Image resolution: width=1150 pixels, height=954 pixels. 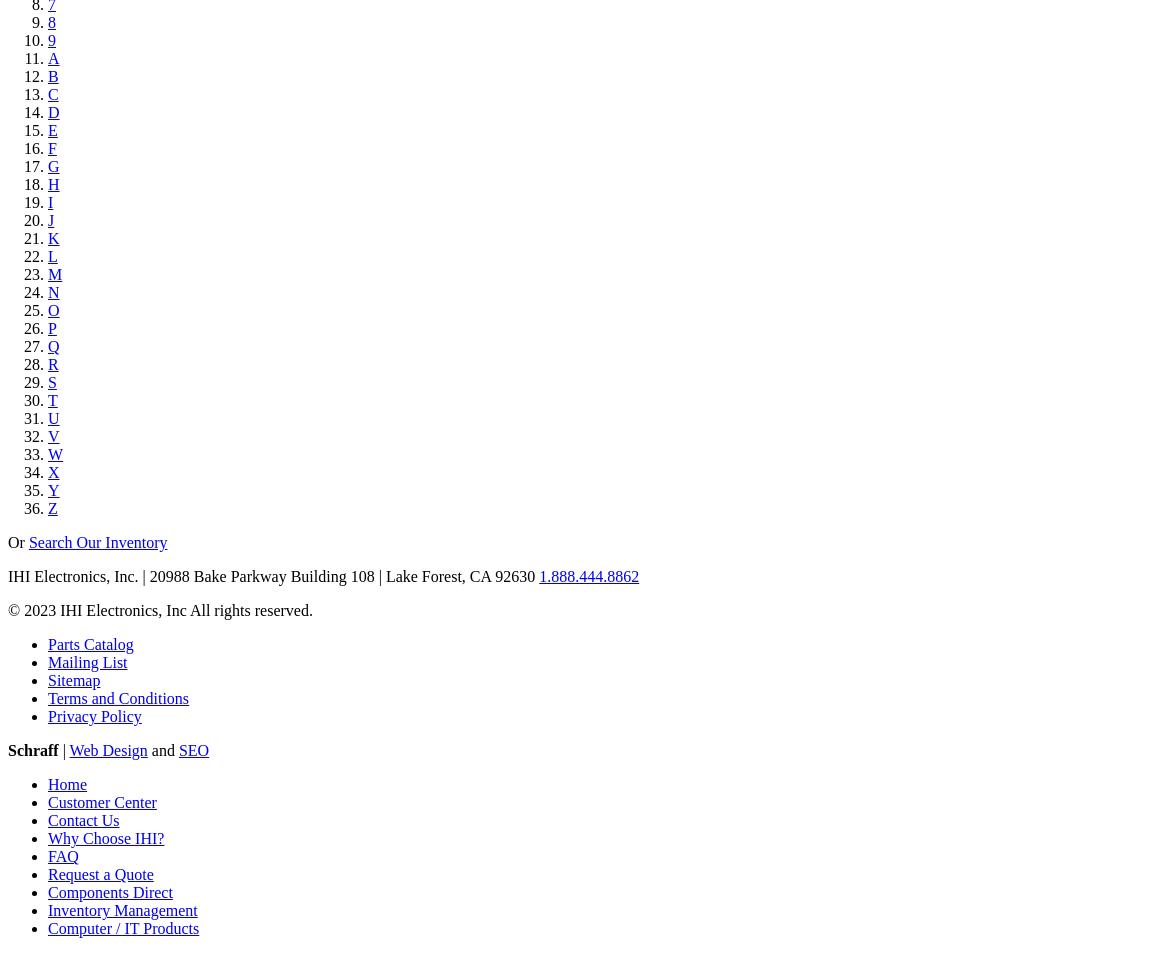 What do you see at coordinates (86, 661) in the screenshot?
I see `'Mailing List'` at bounding box center [86, 661].